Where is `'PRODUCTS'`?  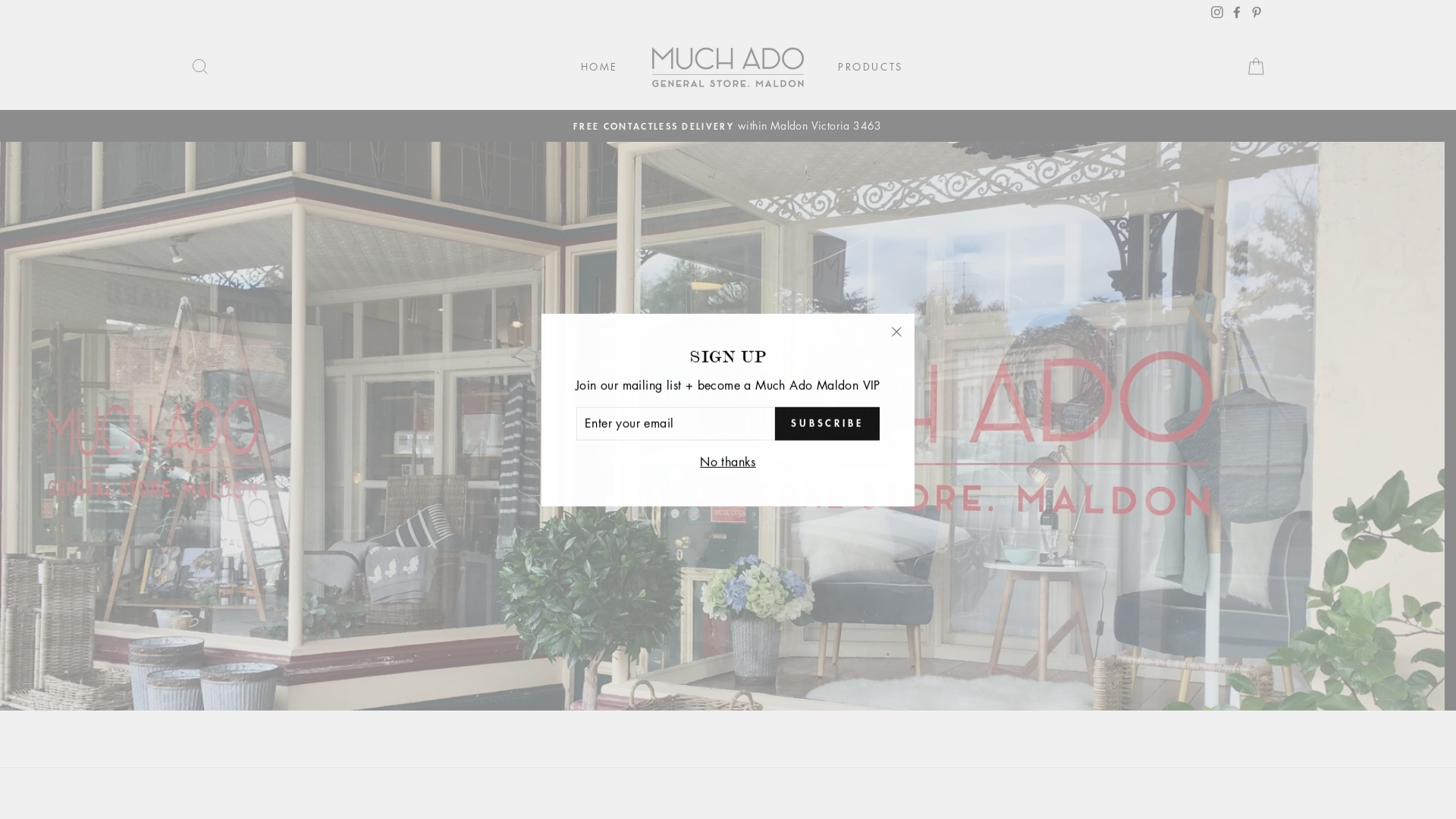 'PRODUCTS' is located at coordinates (864, 66).